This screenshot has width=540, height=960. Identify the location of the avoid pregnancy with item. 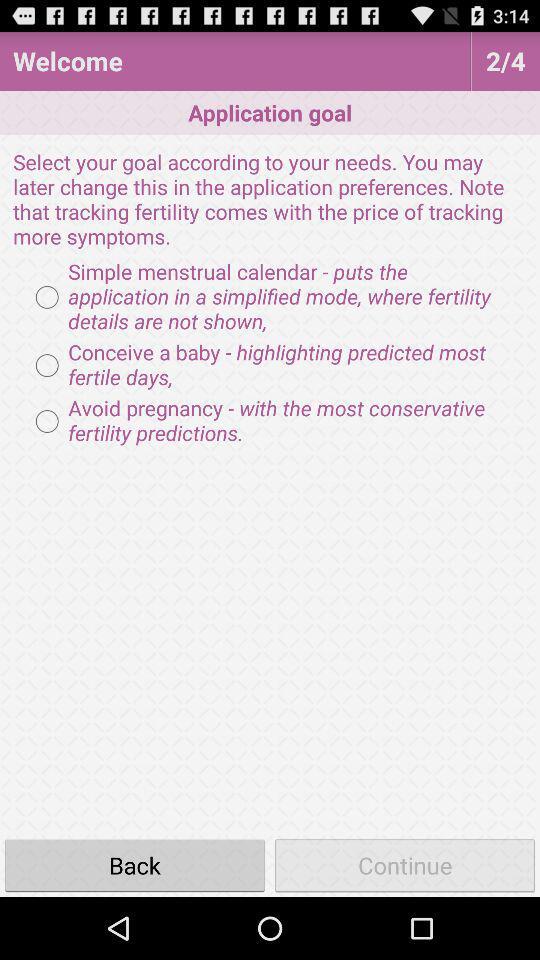
(270, 421).